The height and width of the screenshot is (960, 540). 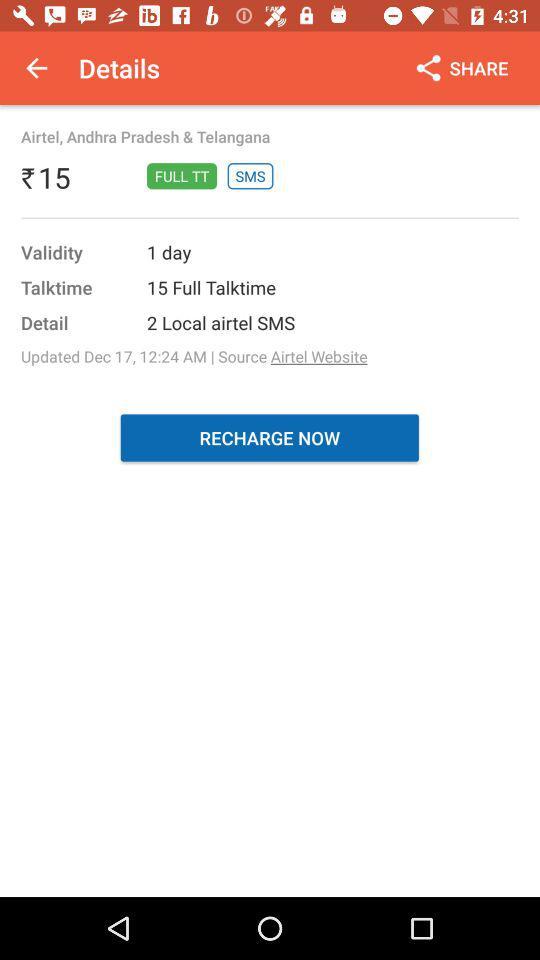 I want to click on app next to details, so click(x=36, y=68).